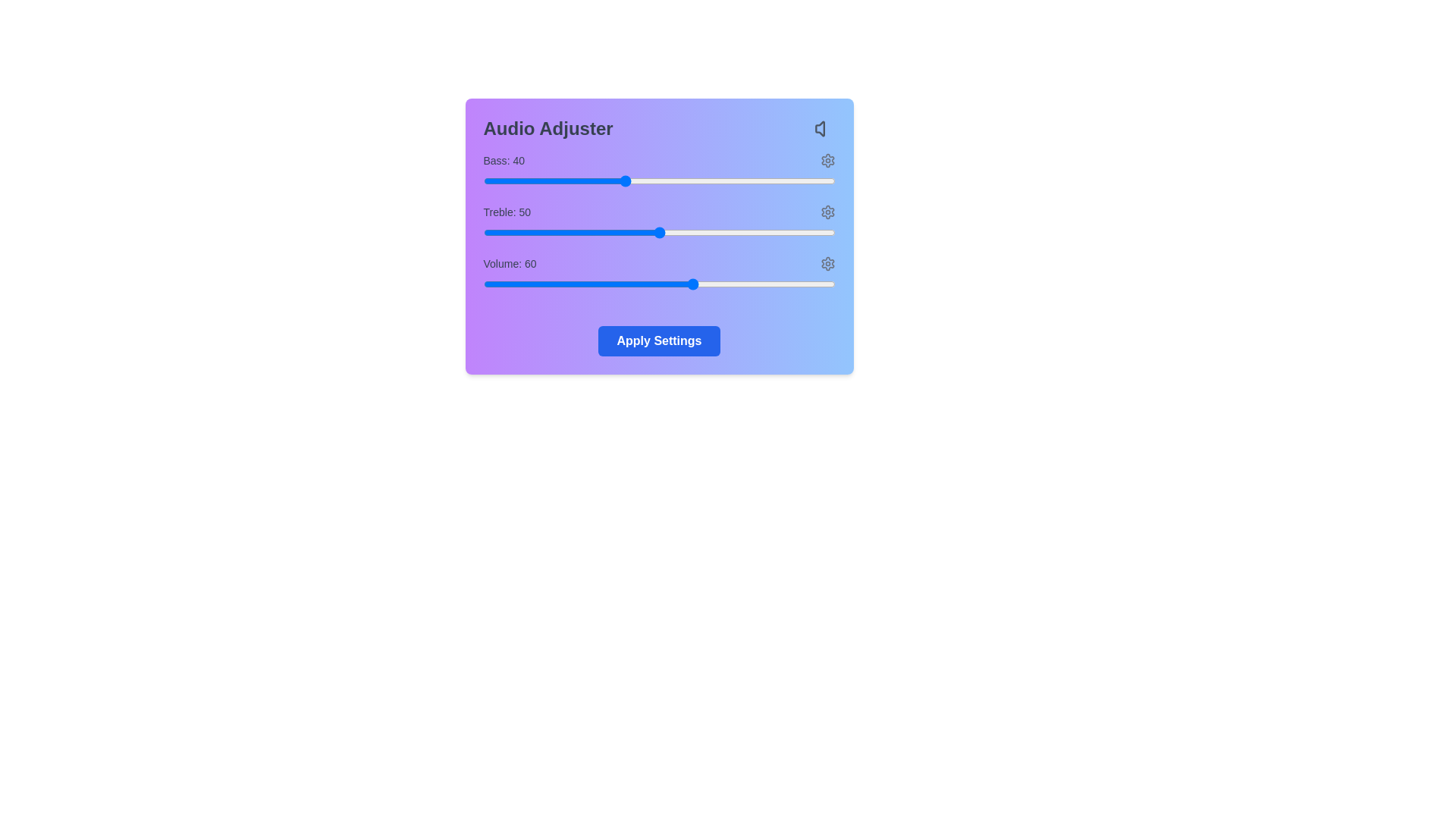  Describe the element at coordinates (560, 284) in the screenshot. I see `the volume` at that location.